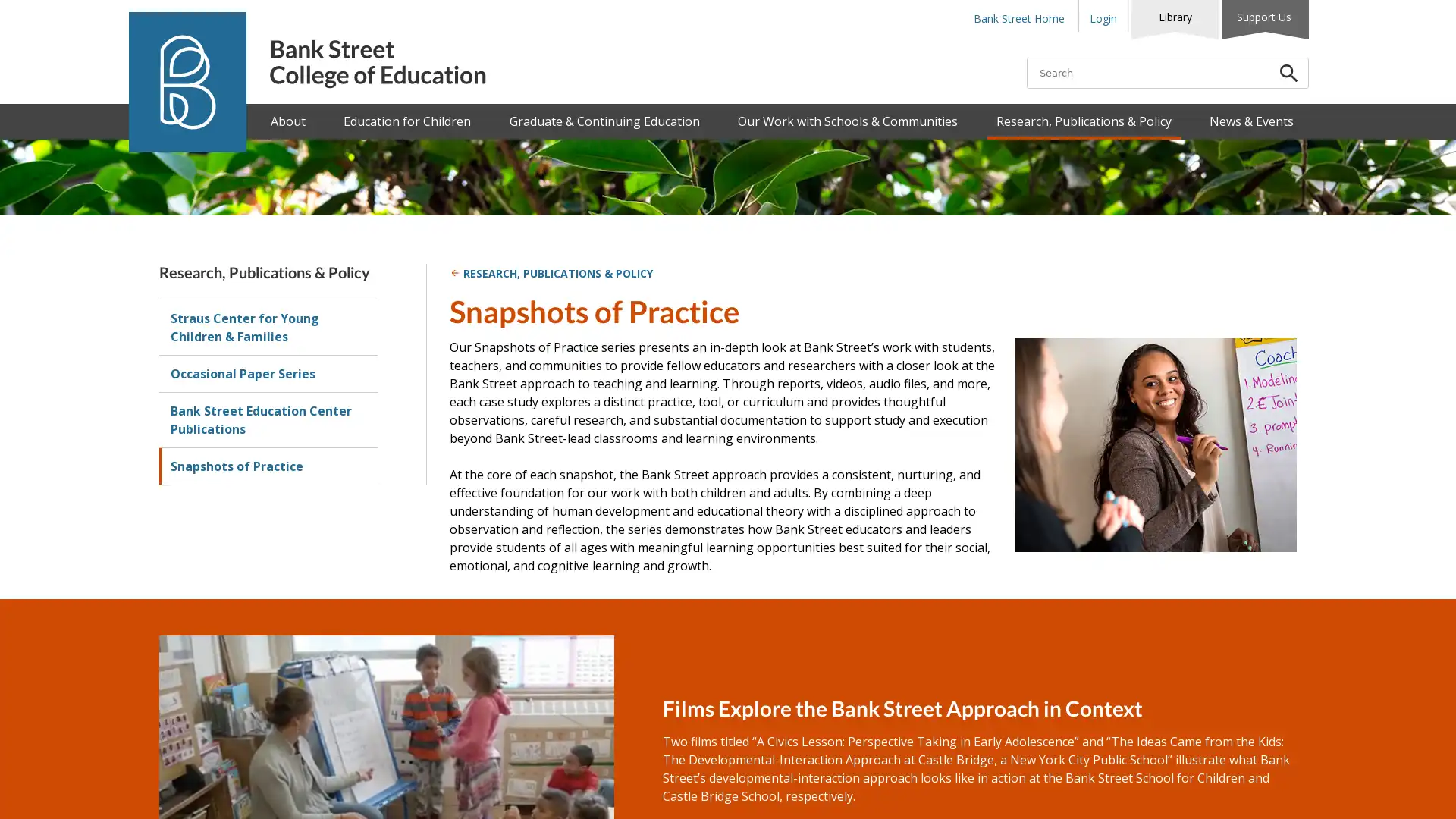 This screenshot has height=819, width=1456. What do you see at coordinates (1250, 121) in the screenshot?
I see `News & Events` at bounding box center [1250, 121].